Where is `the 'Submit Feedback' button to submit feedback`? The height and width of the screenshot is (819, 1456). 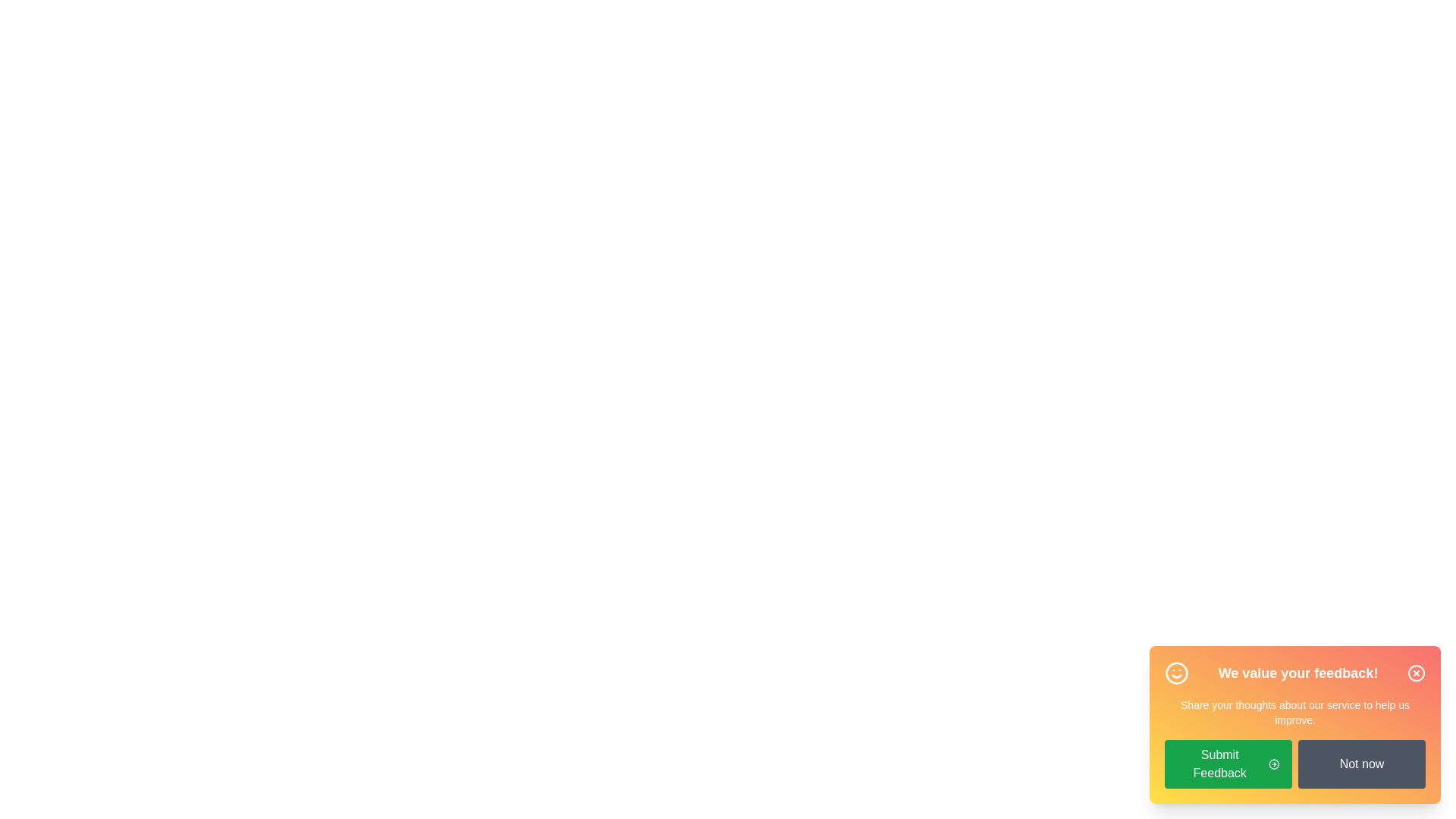
the 'Submit Feedback' button to submit feedback is located at coordinates (1228, 764).